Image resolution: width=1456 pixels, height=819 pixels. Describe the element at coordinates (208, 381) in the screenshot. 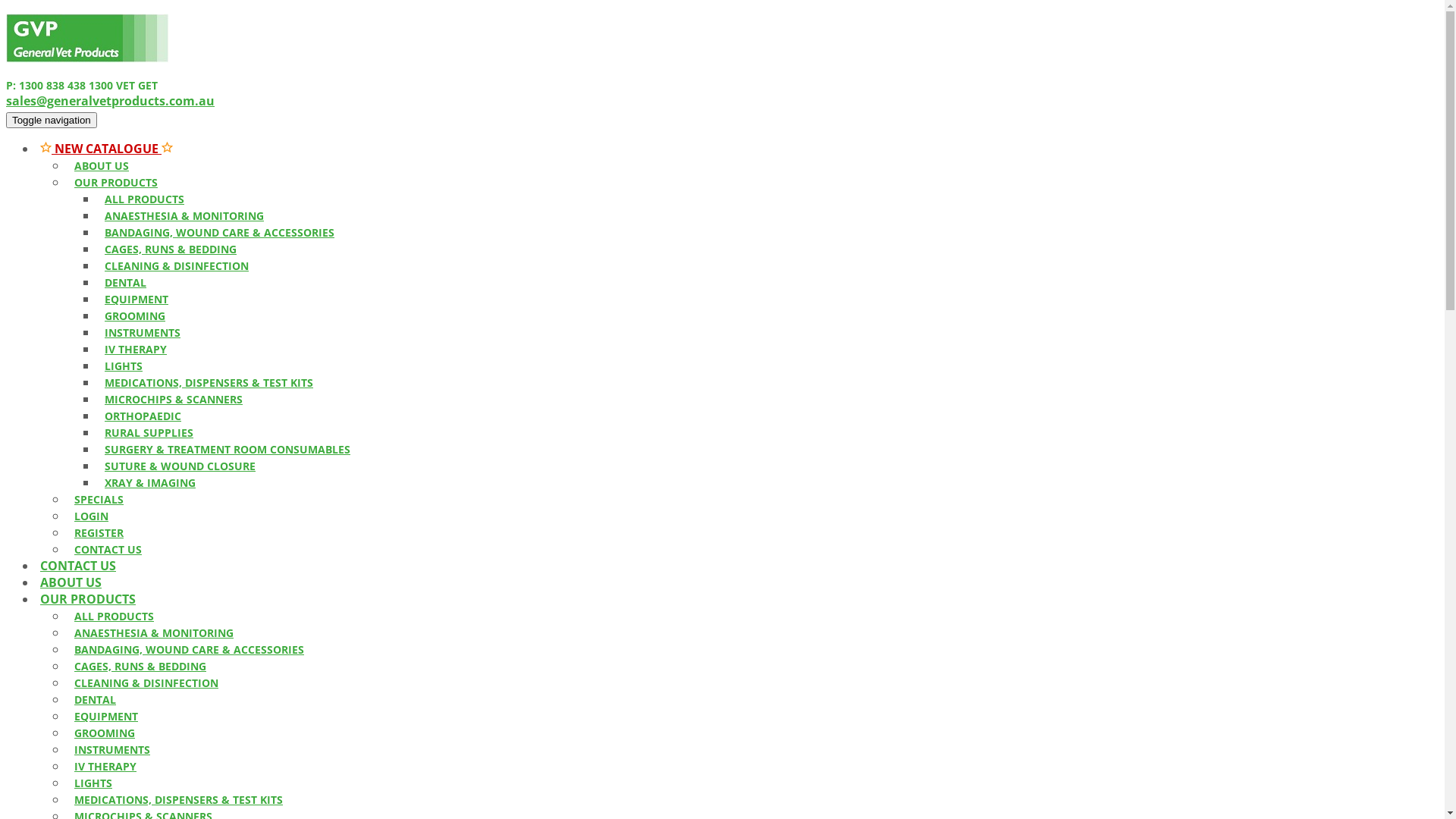

I see `'MEDICATIONS, DISPENSERS & TEST KITS'` at that location.